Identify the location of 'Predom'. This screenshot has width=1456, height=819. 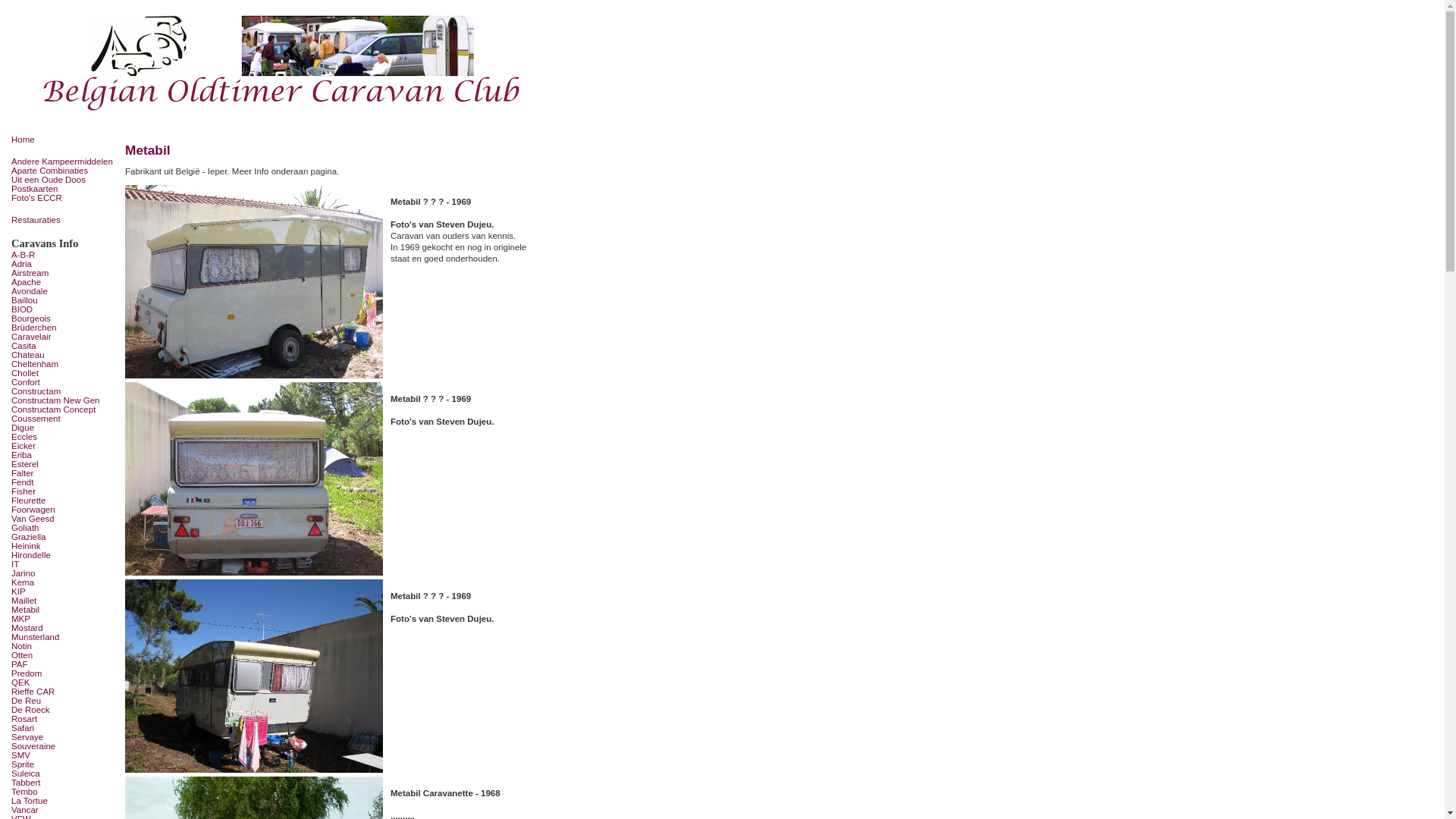
(64, 672).